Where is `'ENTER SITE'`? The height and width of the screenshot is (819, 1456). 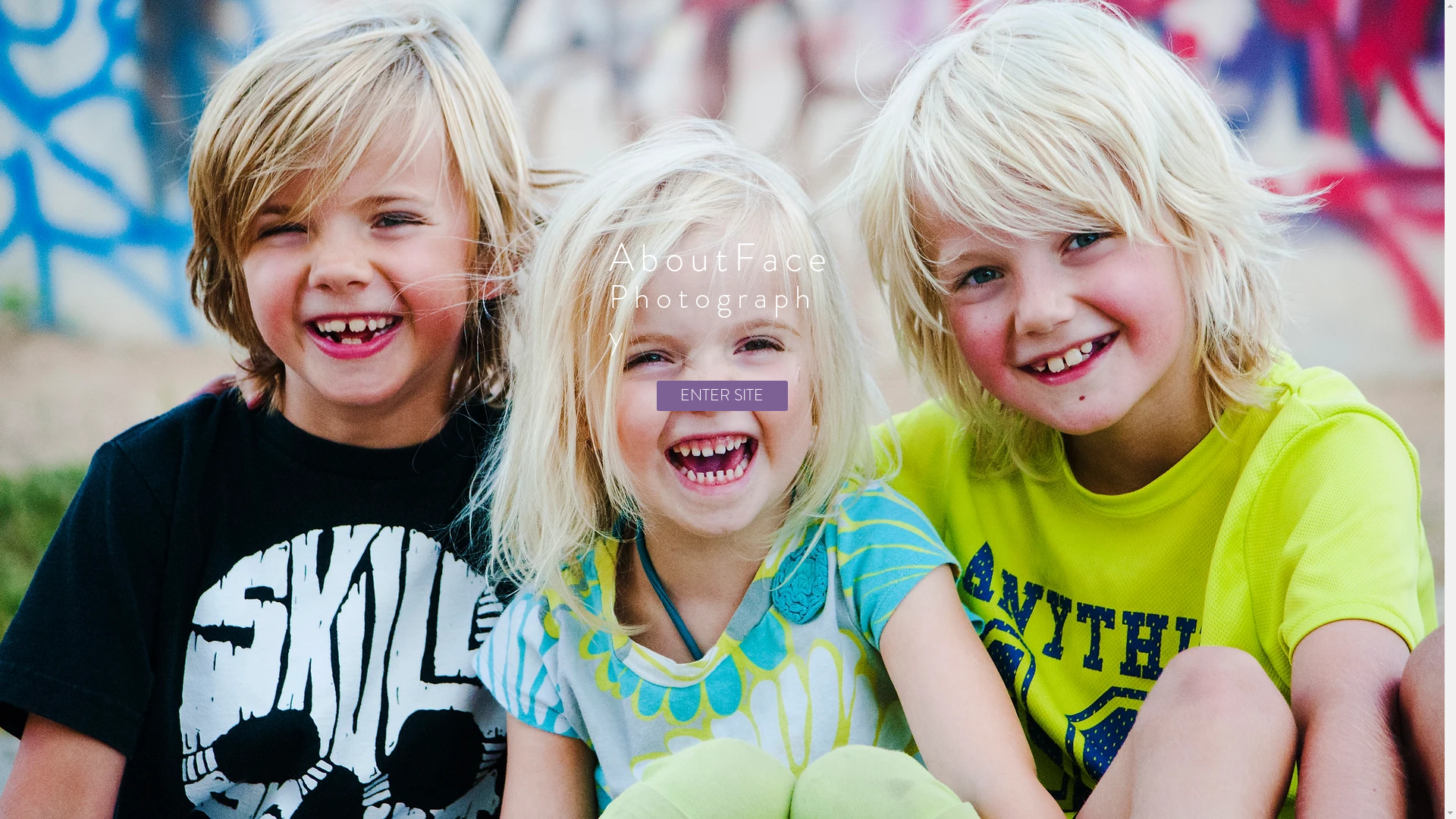 'ENTER SITE' is located at coordinates (721, 394).